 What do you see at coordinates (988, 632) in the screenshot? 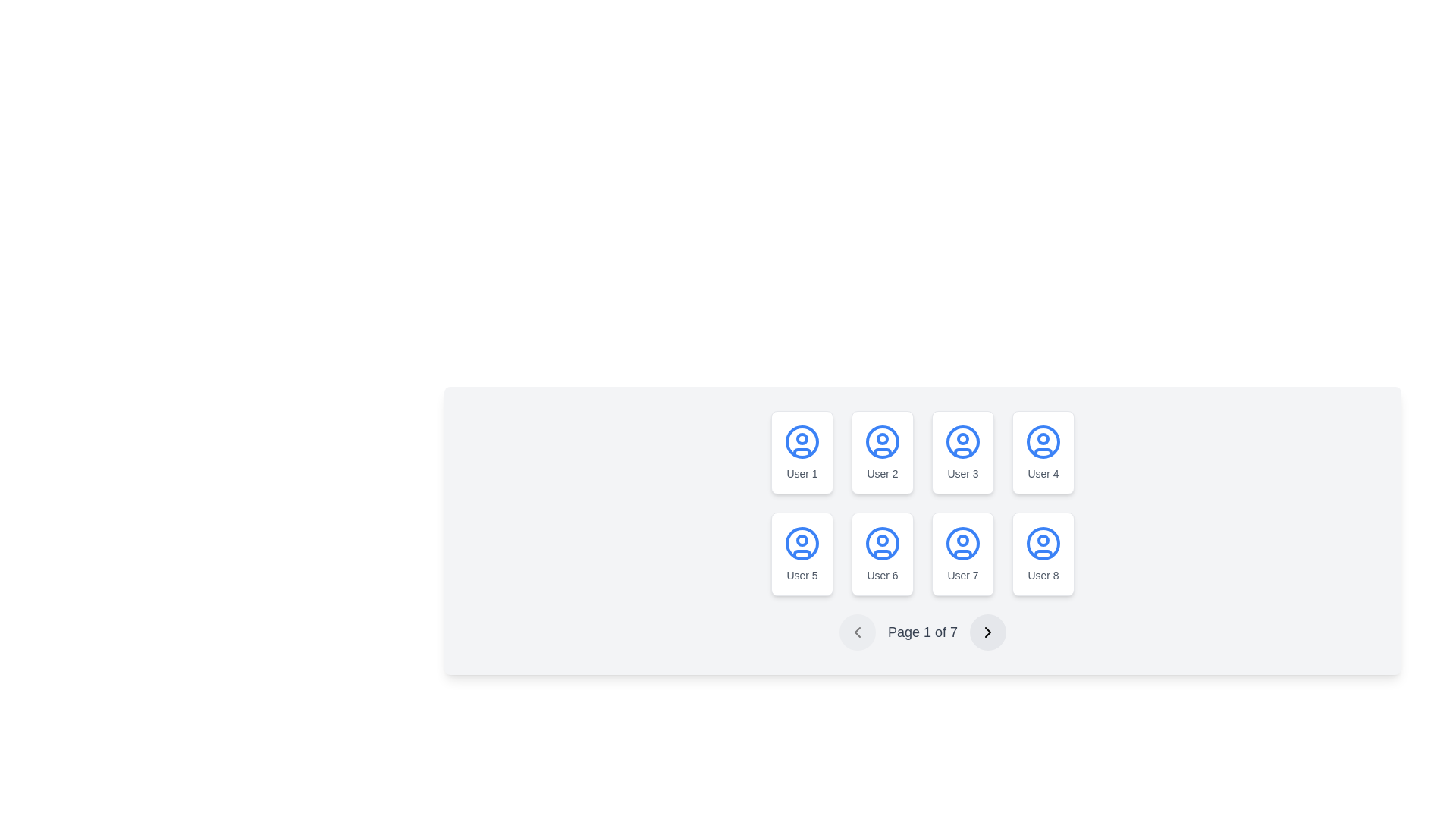
I see `the right-facing chevron icon button, which has a light gray background and is used for 'next page' navigation` at bounding box center [988, 632].